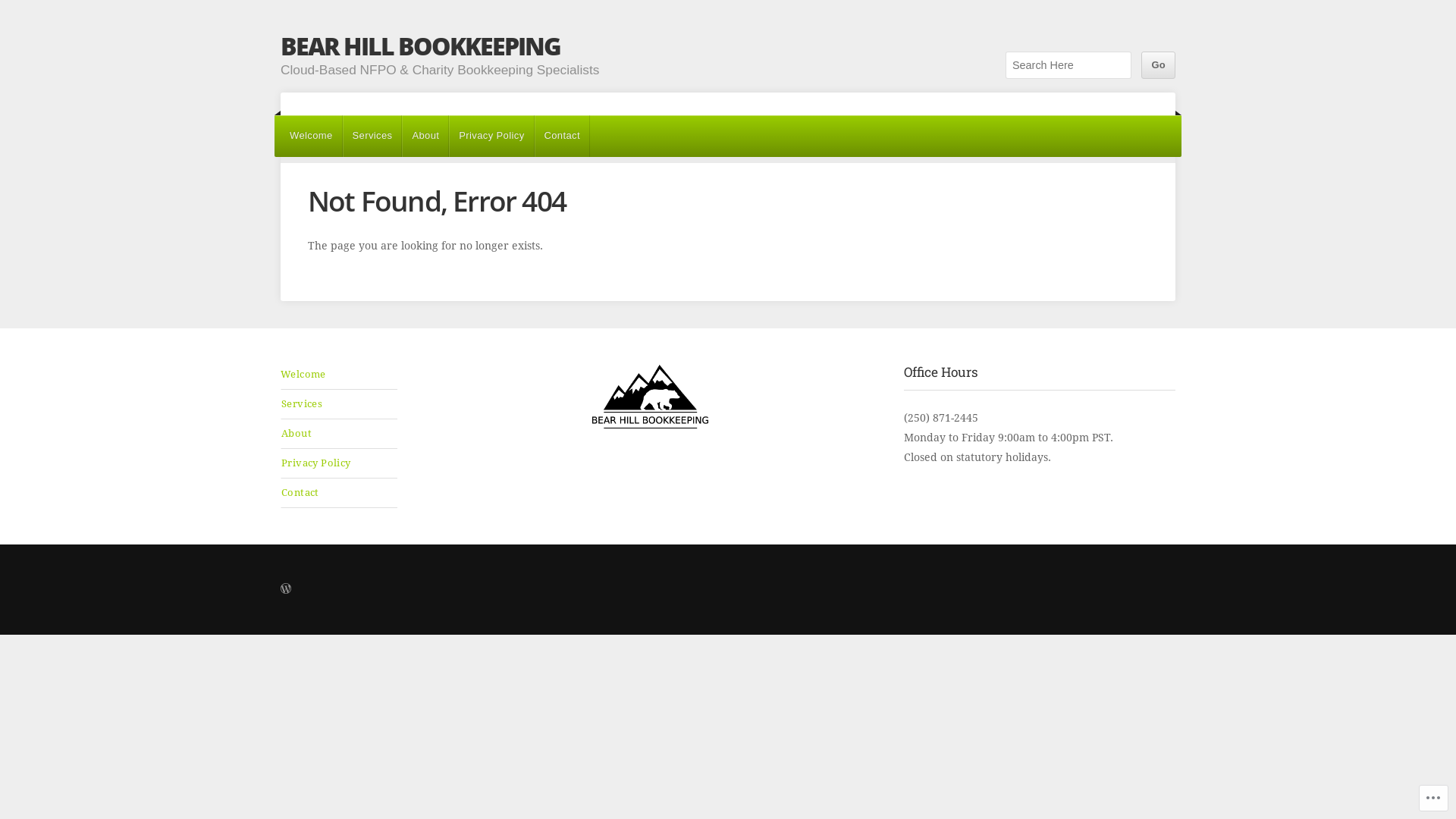 This screenshot has height=819, width=1456. What do you see at coordinates (1157, 64) in the screenshot?
I see `'Go'` at bounding box center [1157, 64].